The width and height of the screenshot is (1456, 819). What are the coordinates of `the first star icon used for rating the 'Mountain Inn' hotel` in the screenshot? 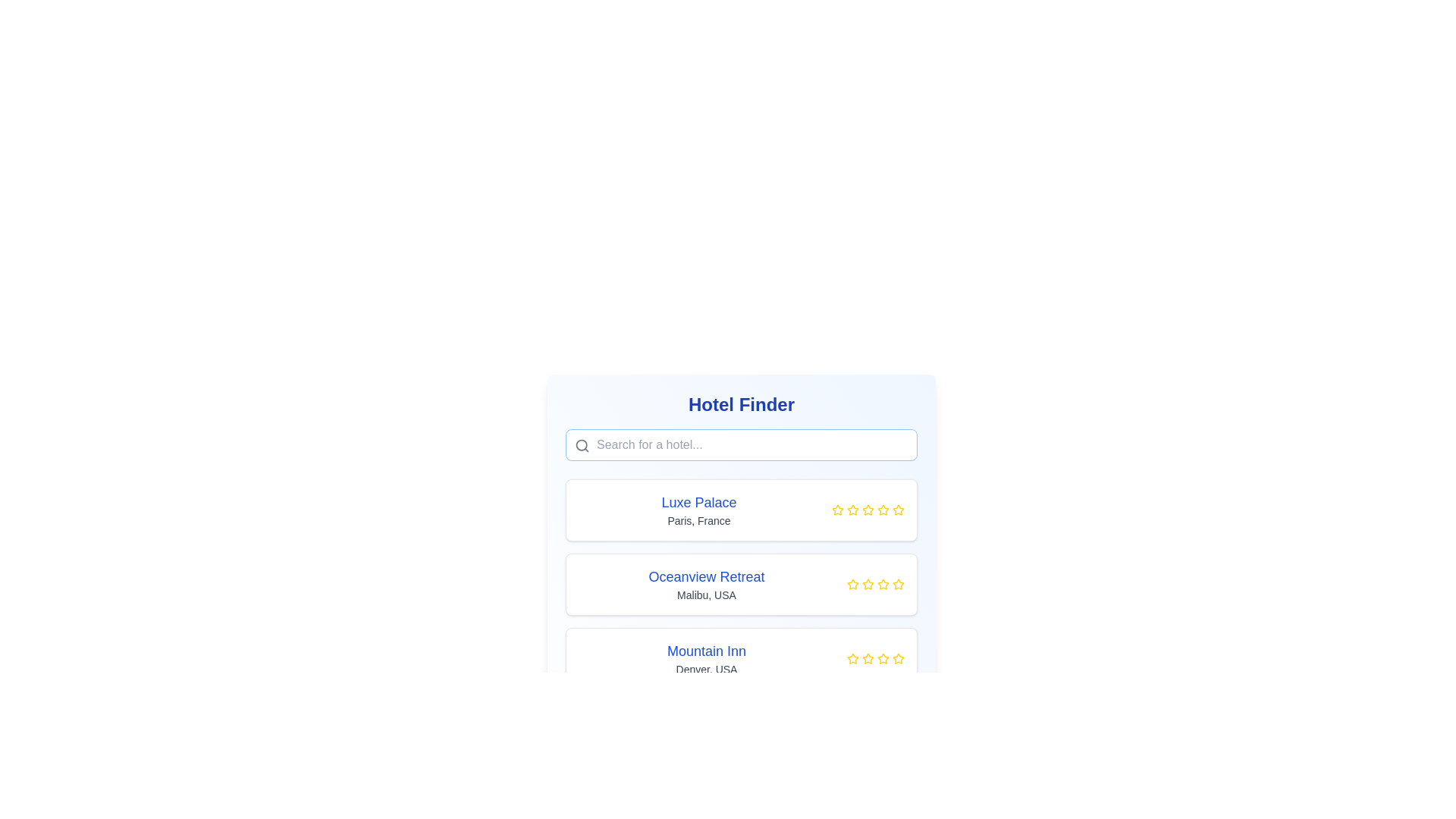 It's located at (899, 657).